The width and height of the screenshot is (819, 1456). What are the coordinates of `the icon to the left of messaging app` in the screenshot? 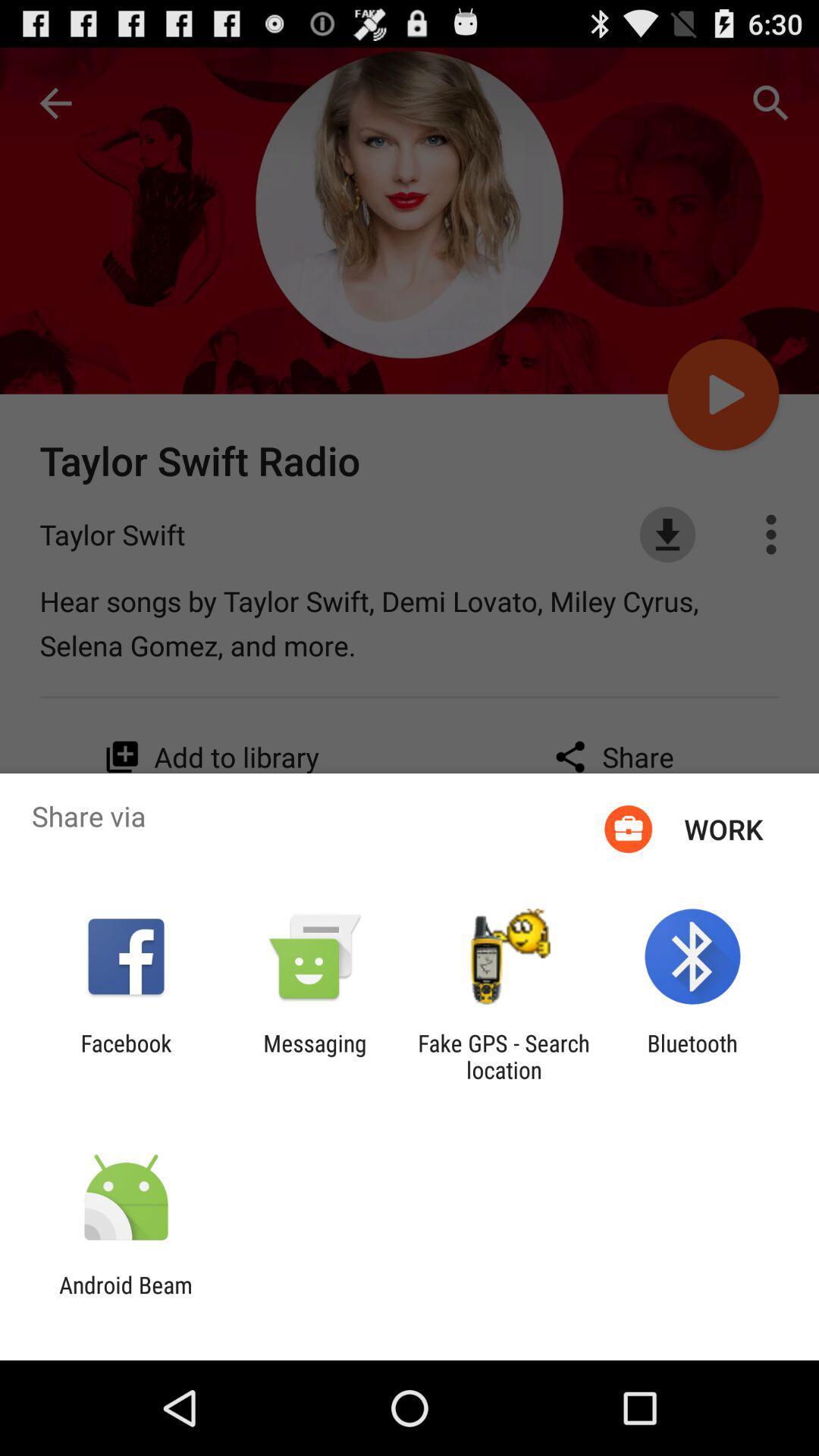 It's located at (125, 1056).